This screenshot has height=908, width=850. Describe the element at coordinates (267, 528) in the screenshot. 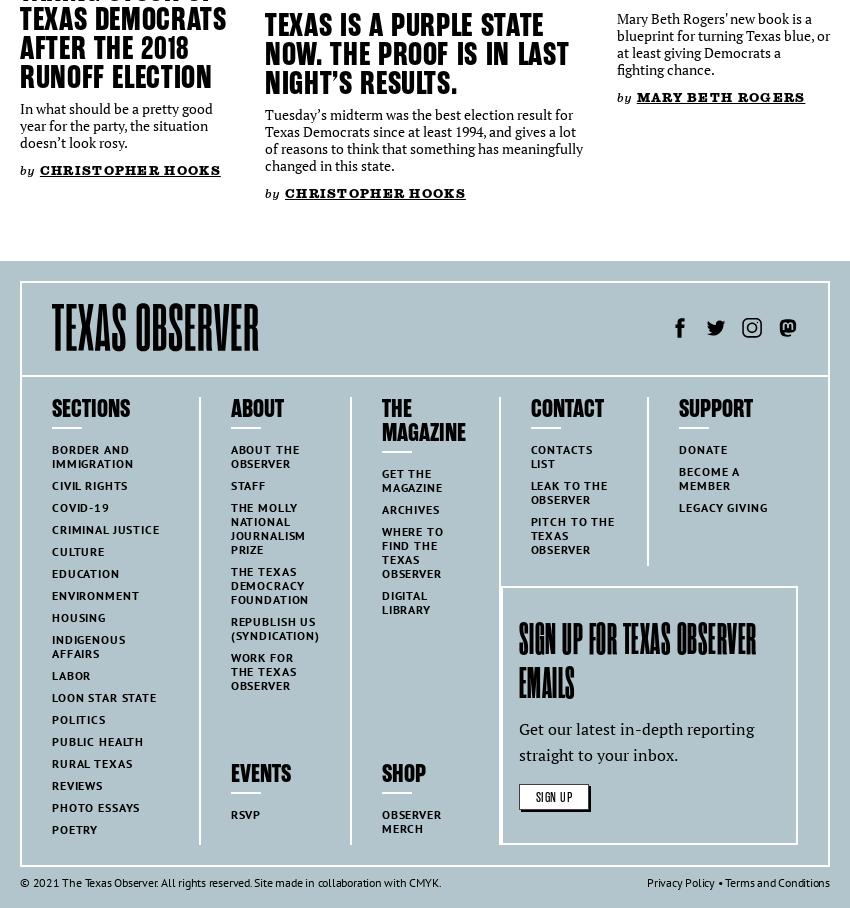

I see `'The Molly National Journalism Prize'` at that location.